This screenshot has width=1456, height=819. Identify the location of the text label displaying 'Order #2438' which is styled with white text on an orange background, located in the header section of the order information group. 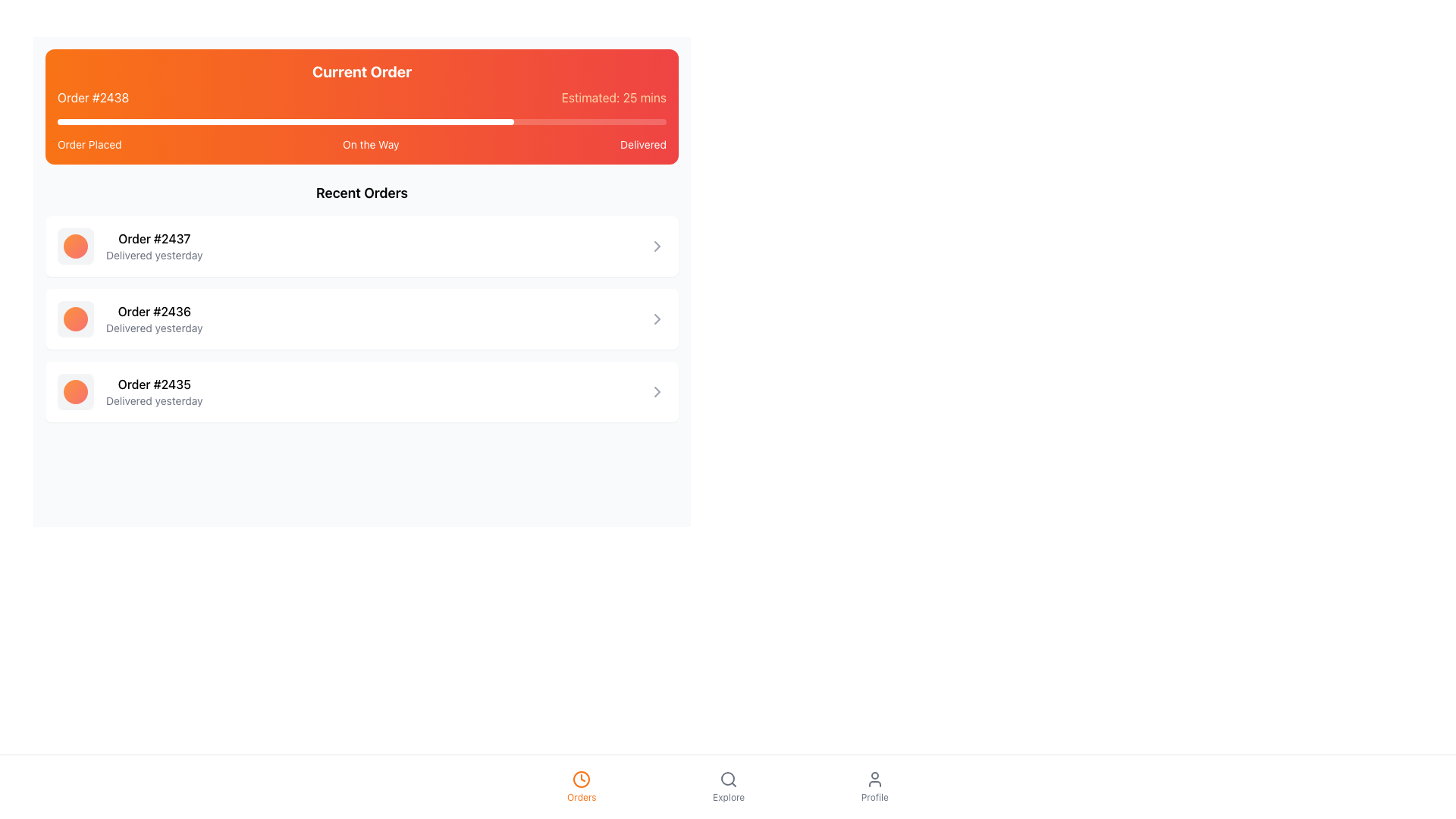
(93, 97).